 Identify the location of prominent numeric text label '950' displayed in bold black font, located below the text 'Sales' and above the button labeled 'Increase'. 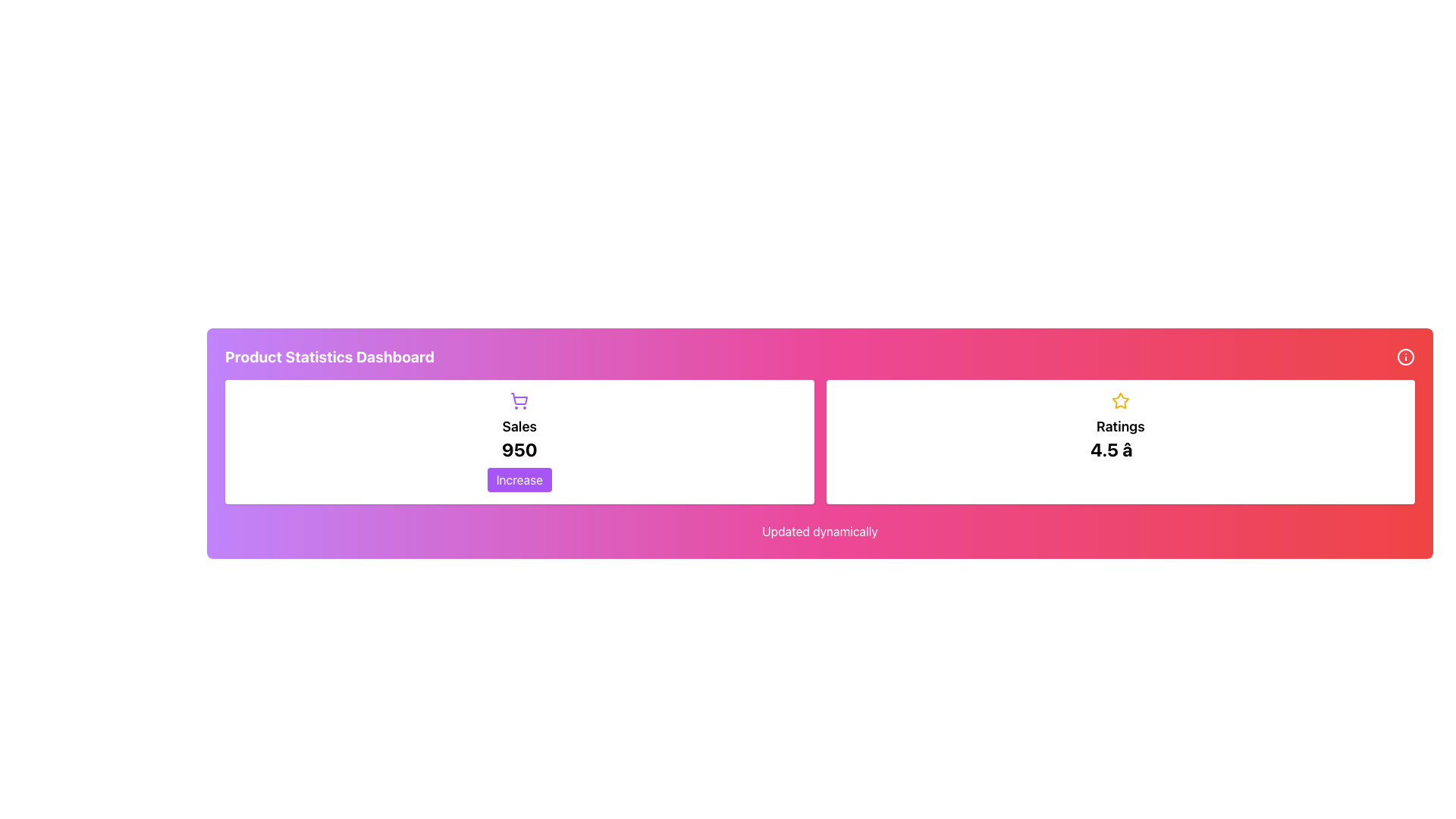
(519, 449).